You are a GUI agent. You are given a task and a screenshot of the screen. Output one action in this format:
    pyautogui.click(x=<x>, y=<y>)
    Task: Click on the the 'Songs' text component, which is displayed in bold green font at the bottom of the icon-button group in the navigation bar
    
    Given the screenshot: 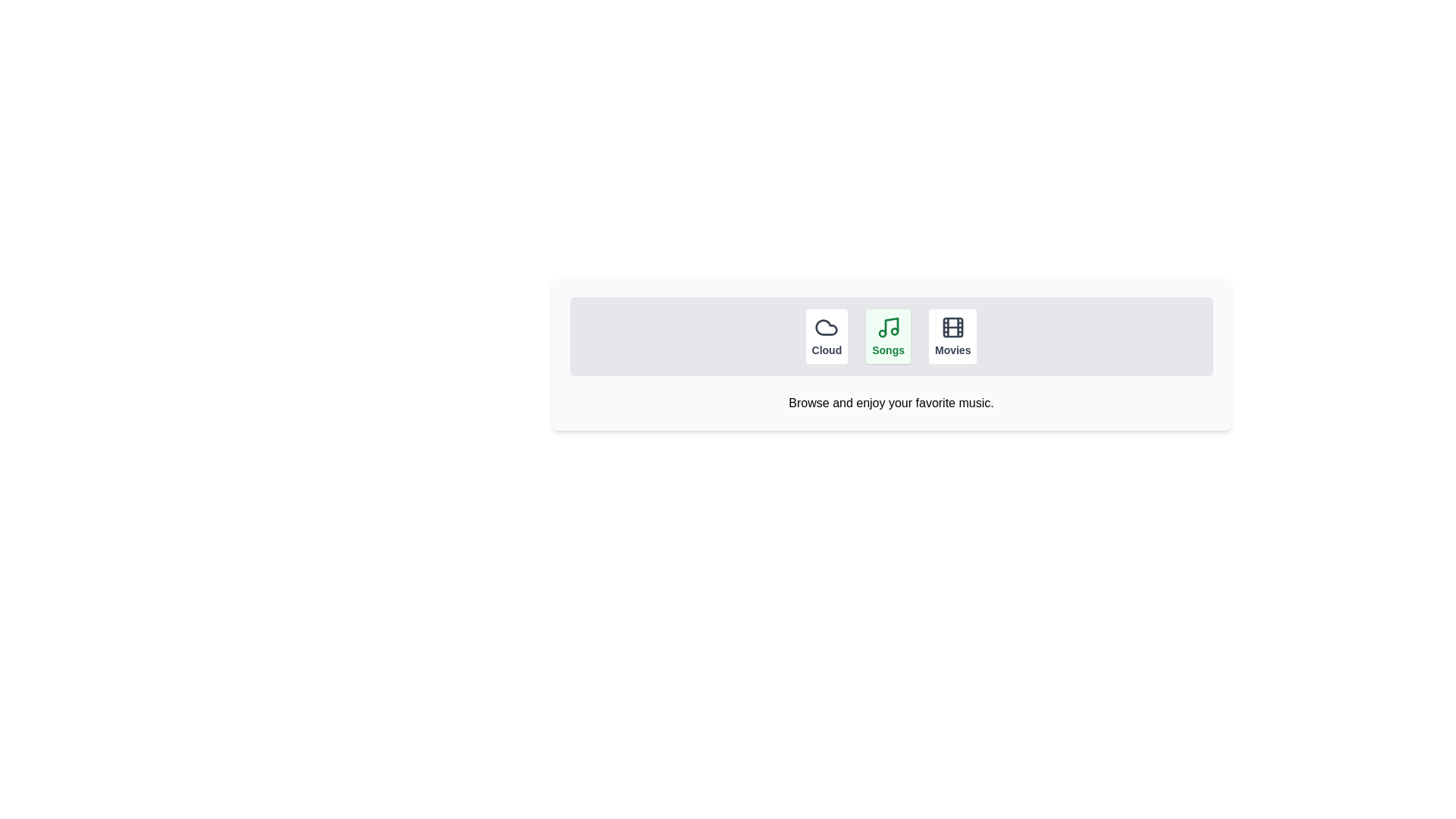 What is the action you would take?
    pyautogui.click(x=888, y=350)
    